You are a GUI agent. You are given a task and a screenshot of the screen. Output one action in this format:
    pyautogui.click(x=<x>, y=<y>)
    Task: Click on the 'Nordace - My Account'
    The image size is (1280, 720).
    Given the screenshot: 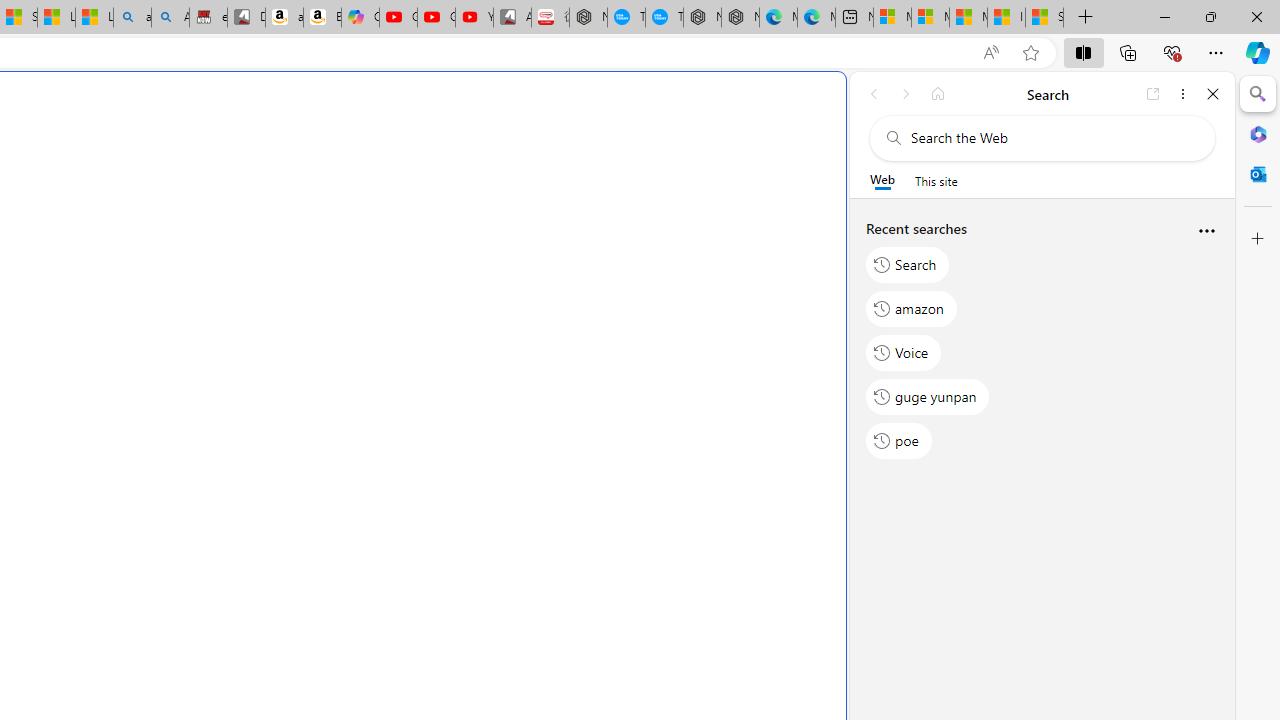 What is the action you would take?
    pyautogui.click(x=587, y=17)
    